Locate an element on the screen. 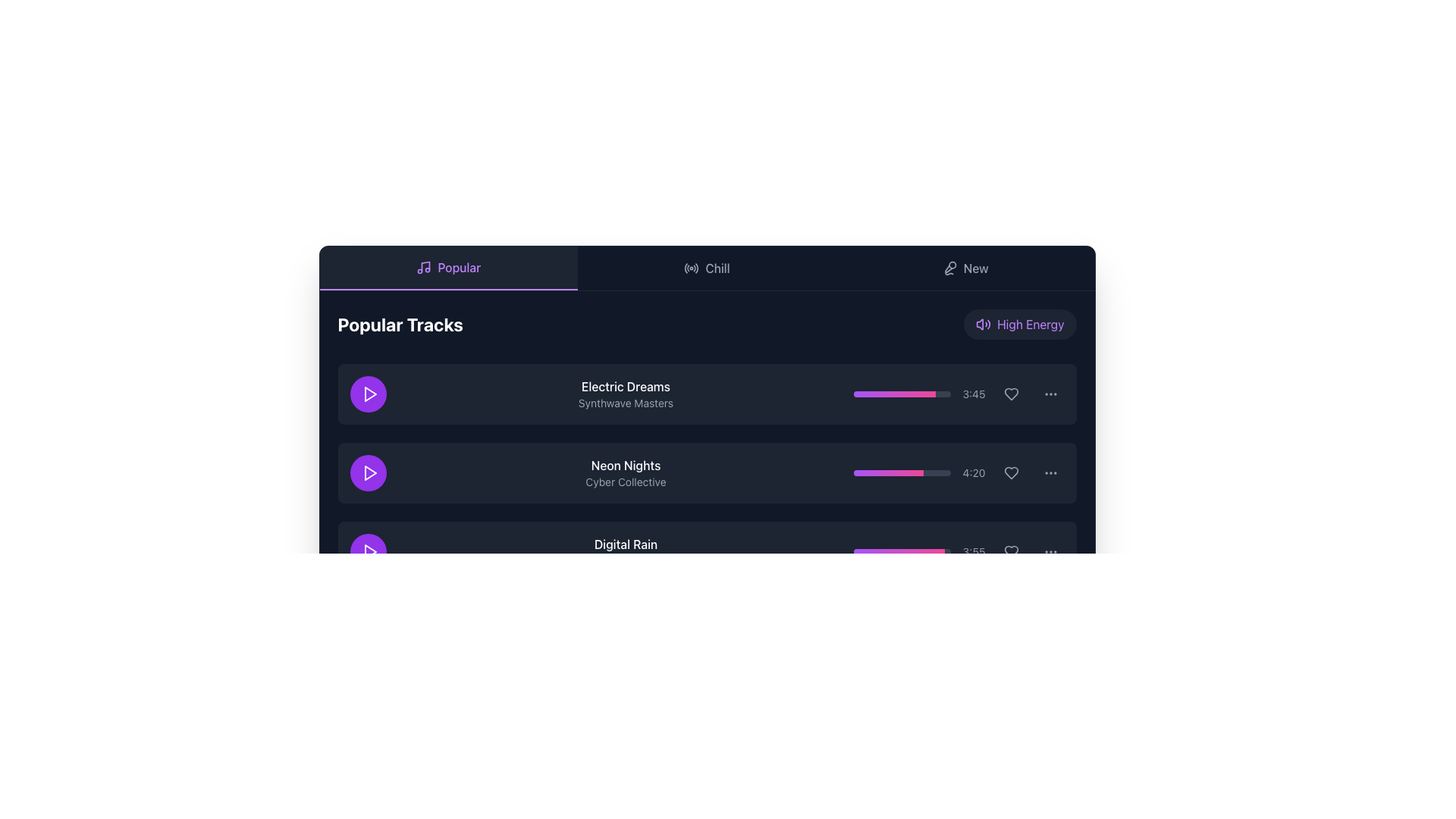 This screenshot has height=819, width=1456. the circular button located next to the text 'Electric Dreams' in the 'Popular Tracks' list is located at coordinates (369, 394).